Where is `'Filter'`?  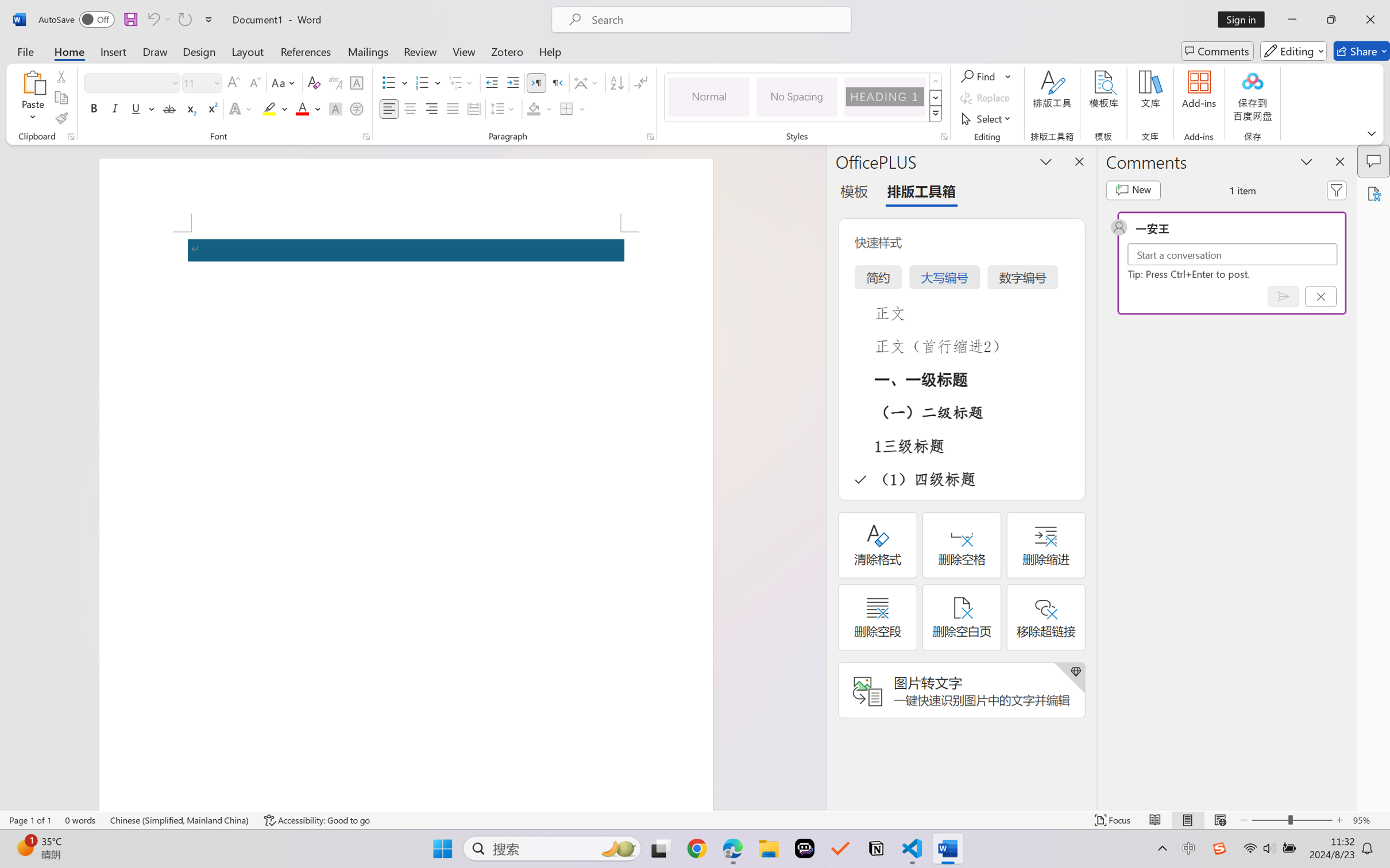
'Filter' is located at coordinates (1337, 190).